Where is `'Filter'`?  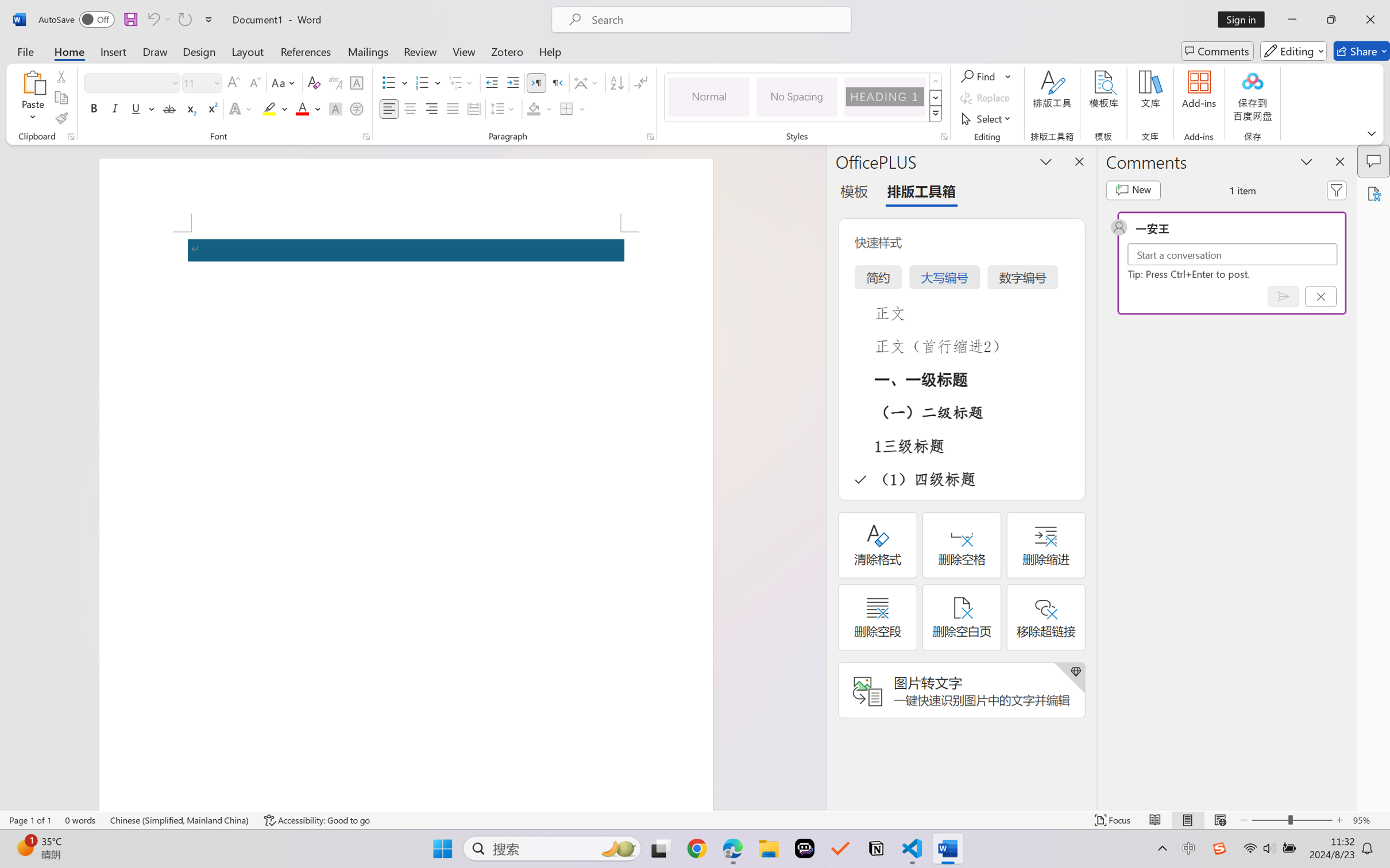
'Filter' is located at coordinates (1337, 190).